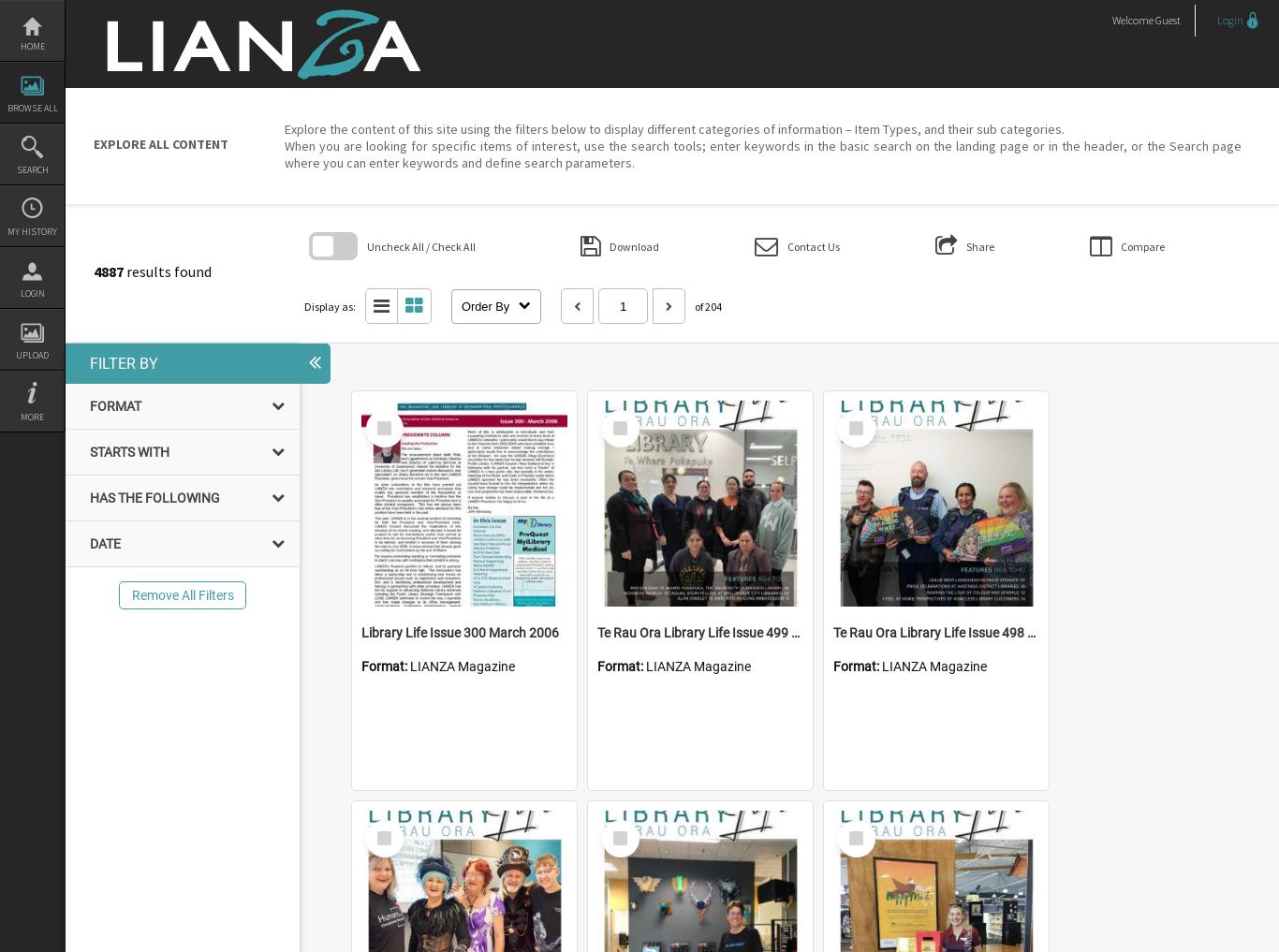 The height and width of the screenshot is (952, 1279). Describe the element at coordinates (130, 595) in the screenshot. I see `'Remove All Filters'` at that location.